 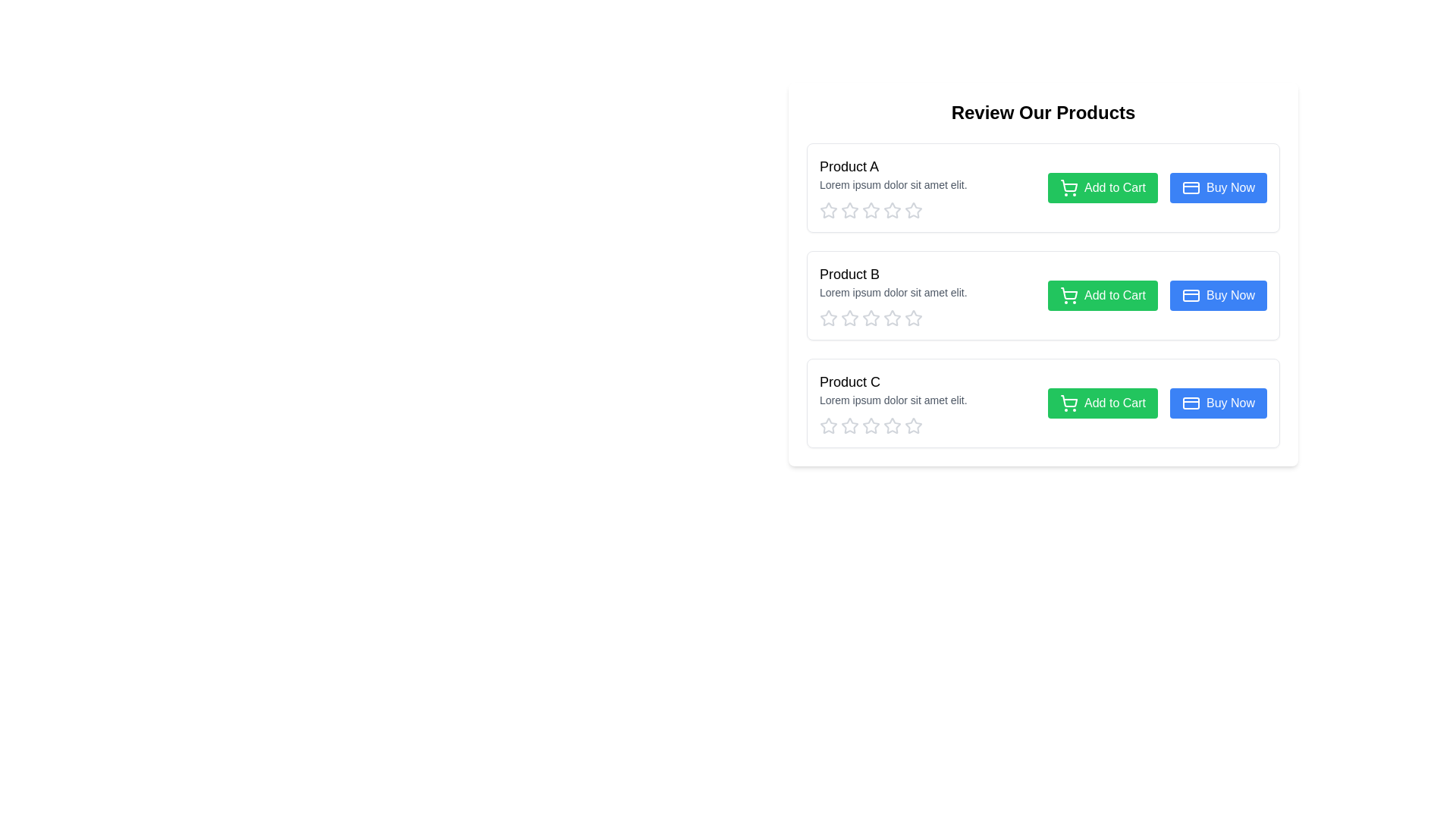 What do you see at coordinates (848, 210) in the screenshot?
I see `the first interactive rating star icon for 'Product A', which is an outline star icon indicating a rating mechanism` at bounding box center [848, 210].